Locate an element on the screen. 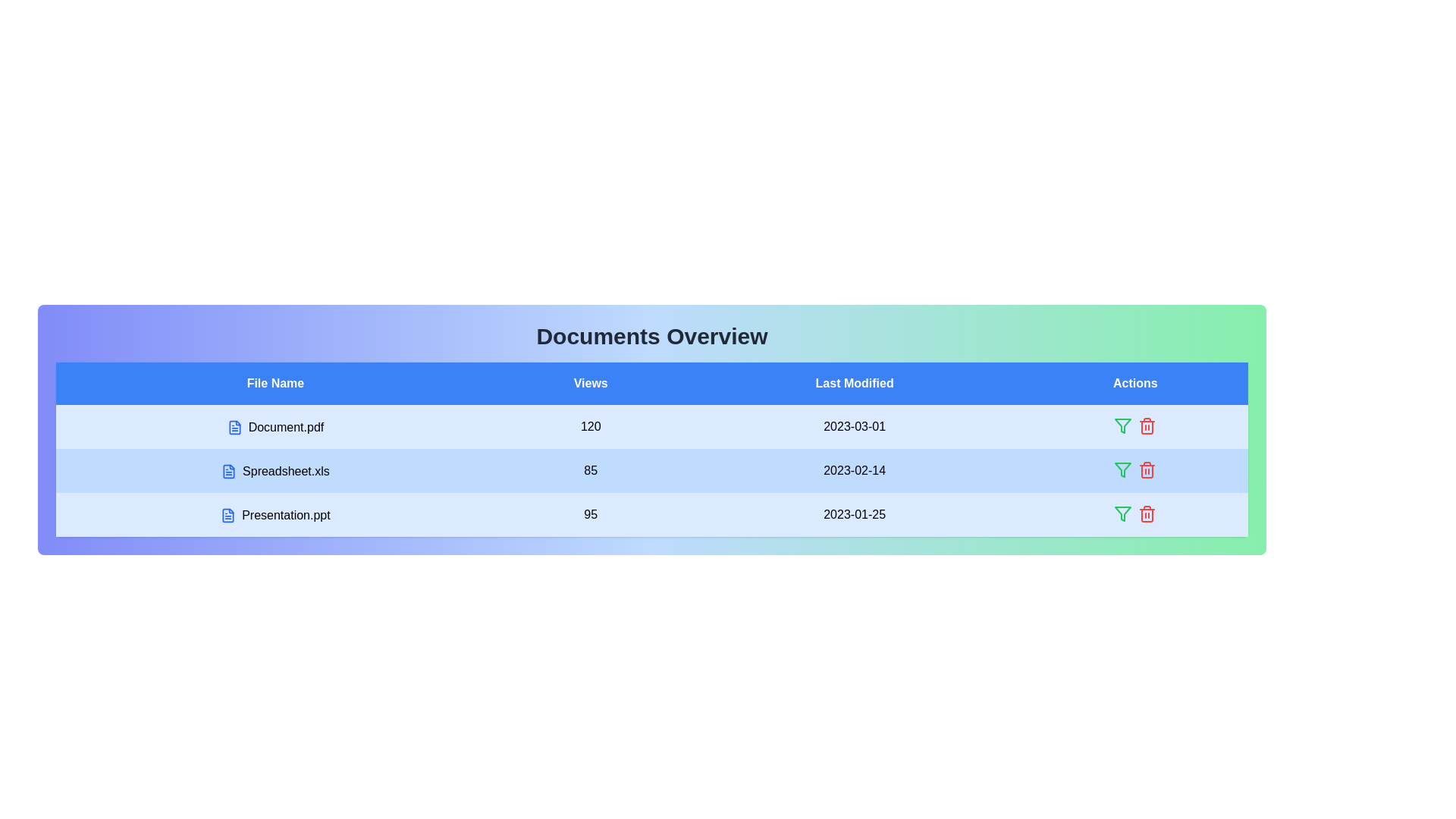 This screenshot has width=1456, height=819. the action icon filter for the row corresponding to Document.pdf is located at coordinates (1123, 426).